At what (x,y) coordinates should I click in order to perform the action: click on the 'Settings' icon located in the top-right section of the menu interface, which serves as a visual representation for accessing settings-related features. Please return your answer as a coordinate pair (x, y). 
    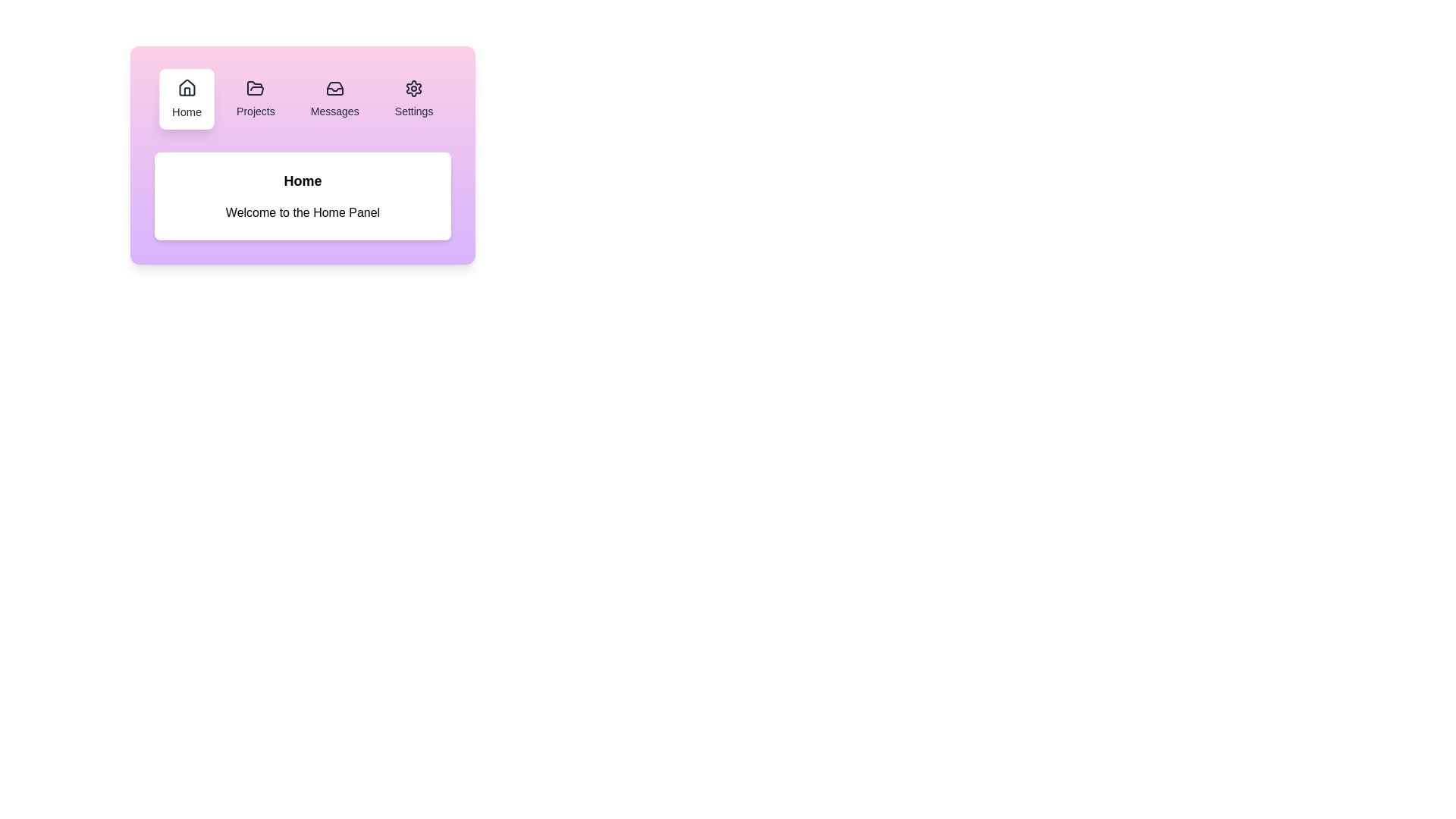
    Looking at the image, I should click on (414, 88).